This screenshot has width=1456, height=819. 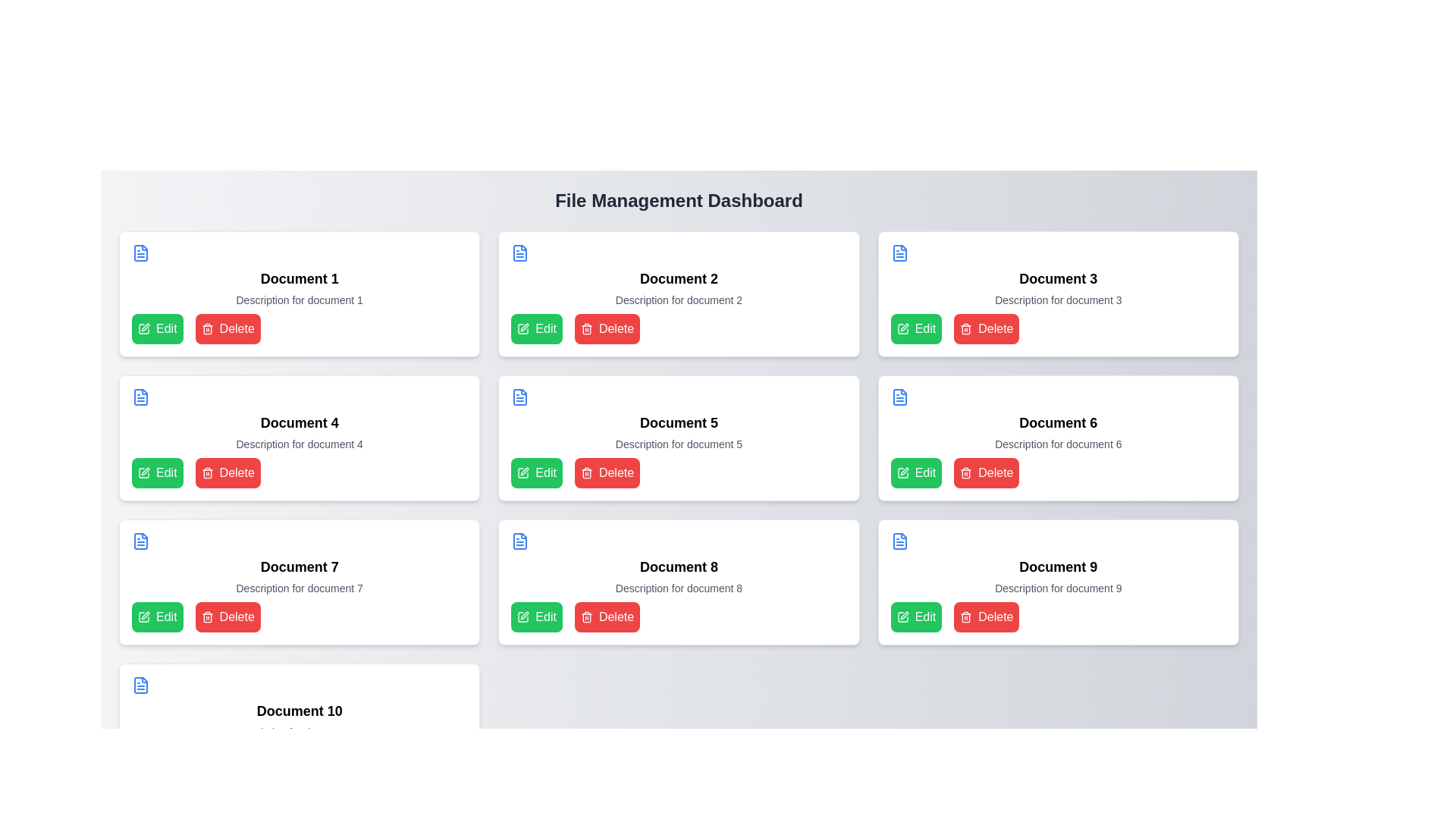 I want to click on the red 'Delete' button with rounded corners containing white text and a trash bin icon to bring up the context menu, so click(x=607, y=617).